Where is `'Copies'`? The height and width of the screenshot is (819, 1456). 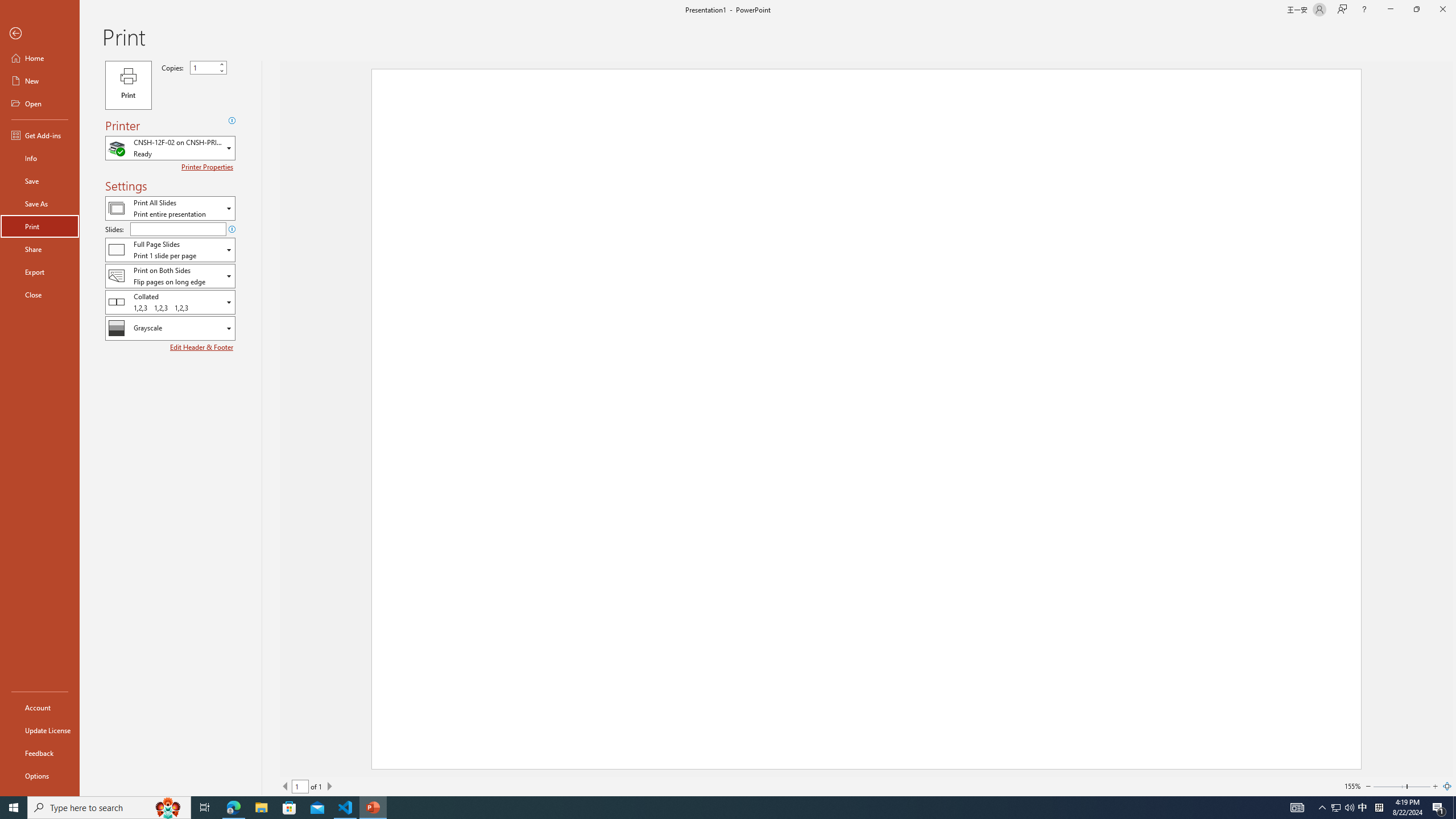
'Copies' is located at coordinates (208, 67).